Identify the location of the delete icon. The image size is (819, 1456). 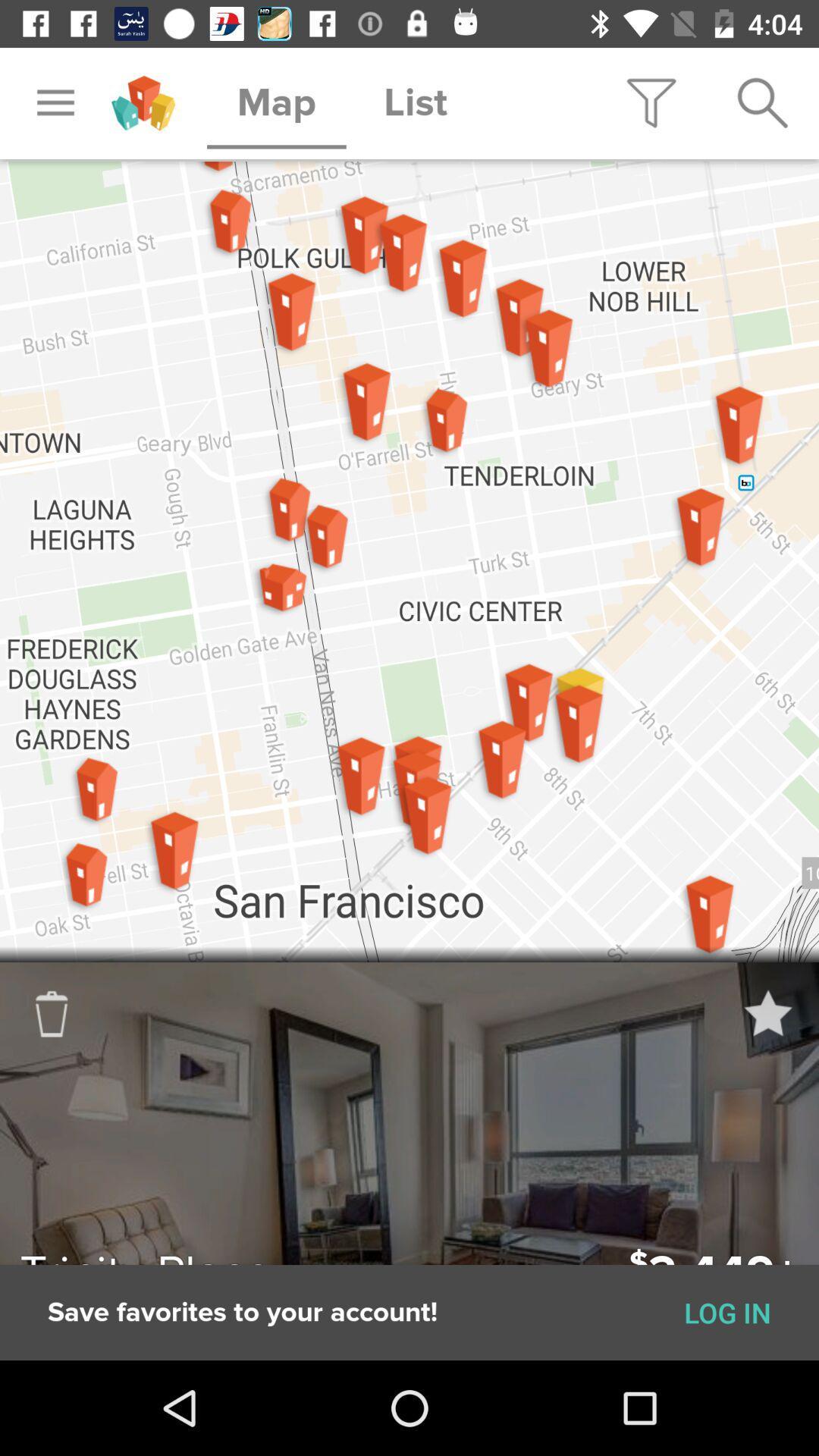
(51, 1014).